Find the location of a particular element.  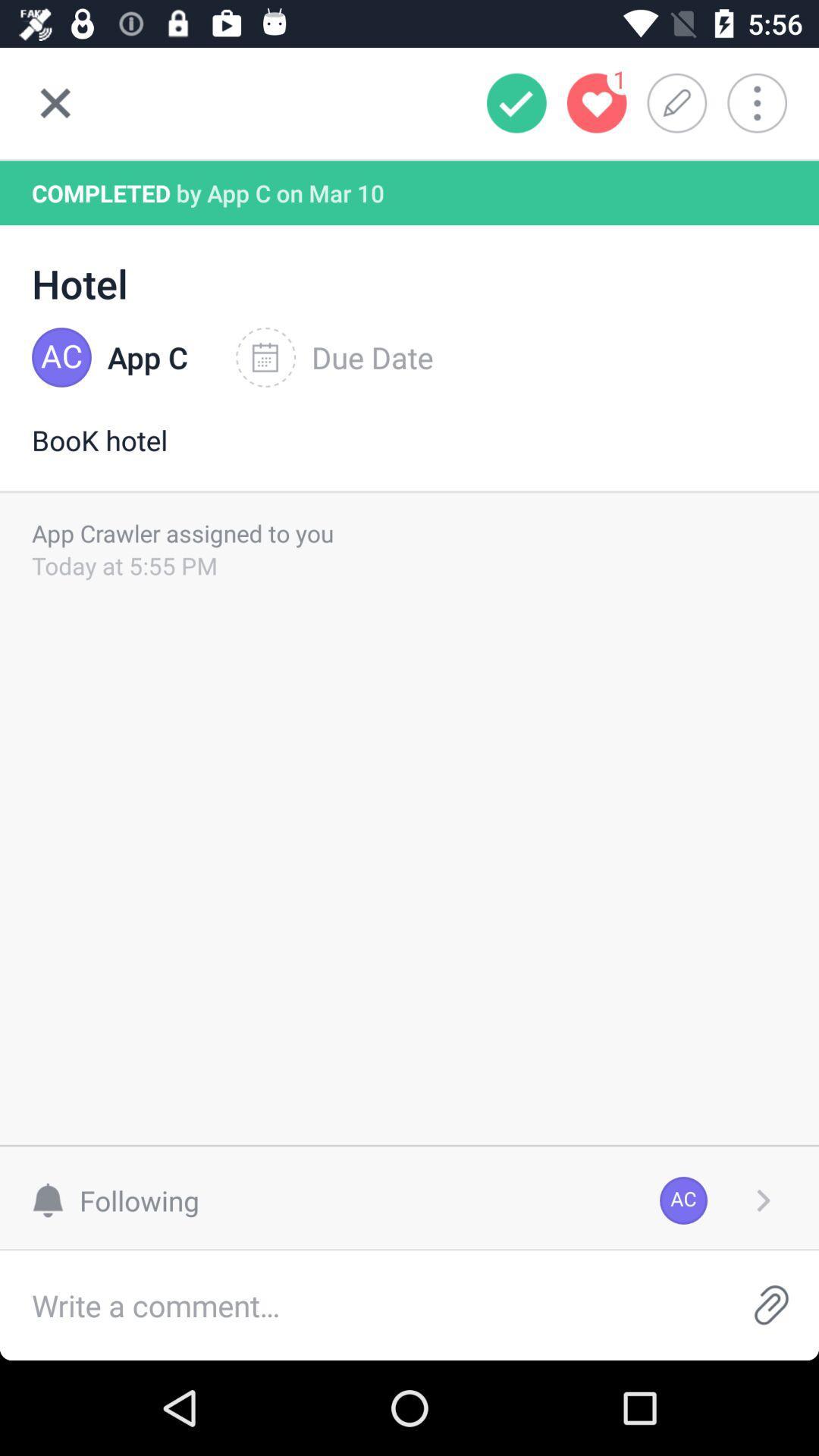

comment is located at coordinates (362, 1304).